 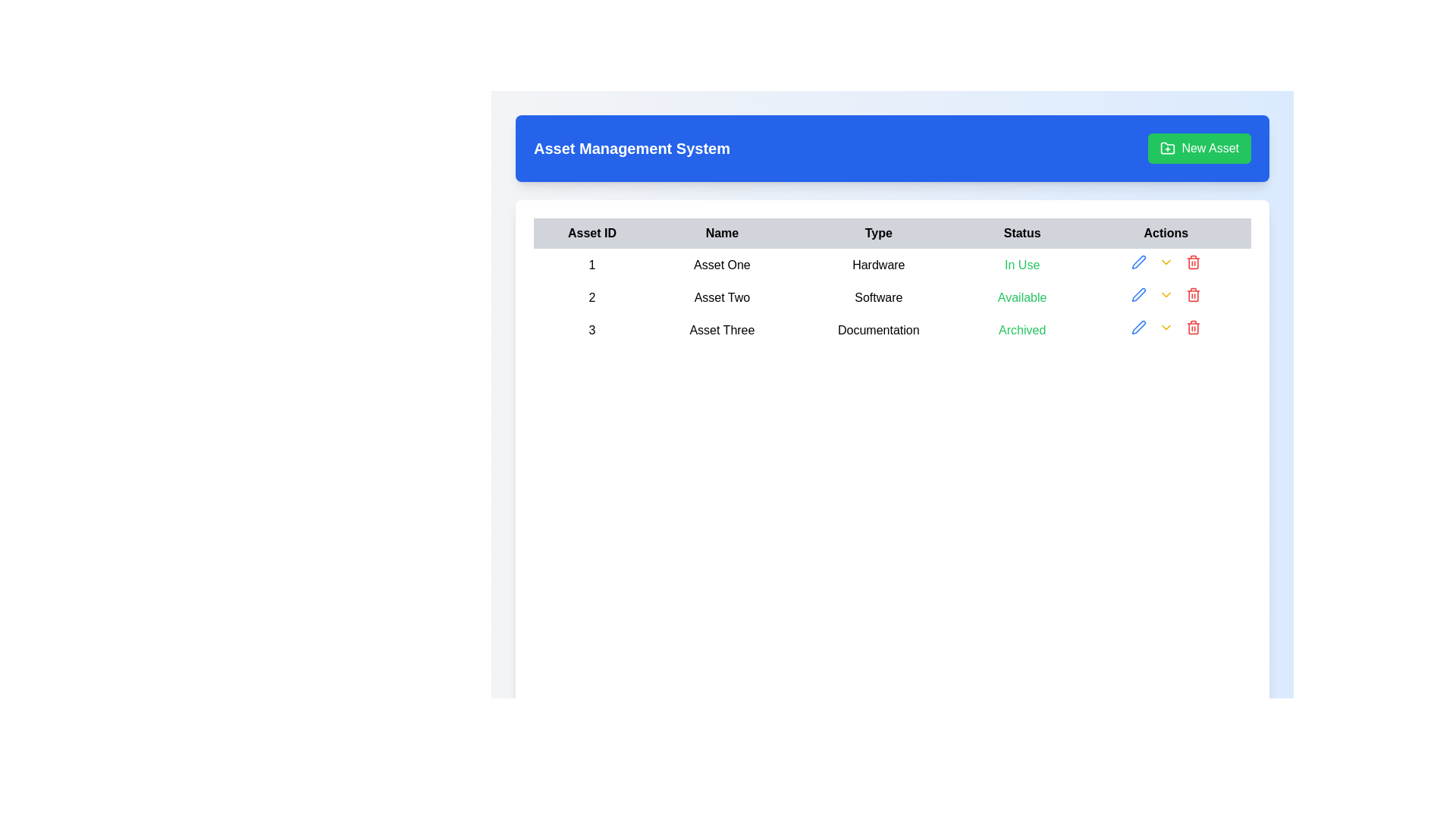 I want to click on the table cell in the 'Type' column of the second row, which indicates the asset type for 'Asset Two', so click(x=878, y=297).